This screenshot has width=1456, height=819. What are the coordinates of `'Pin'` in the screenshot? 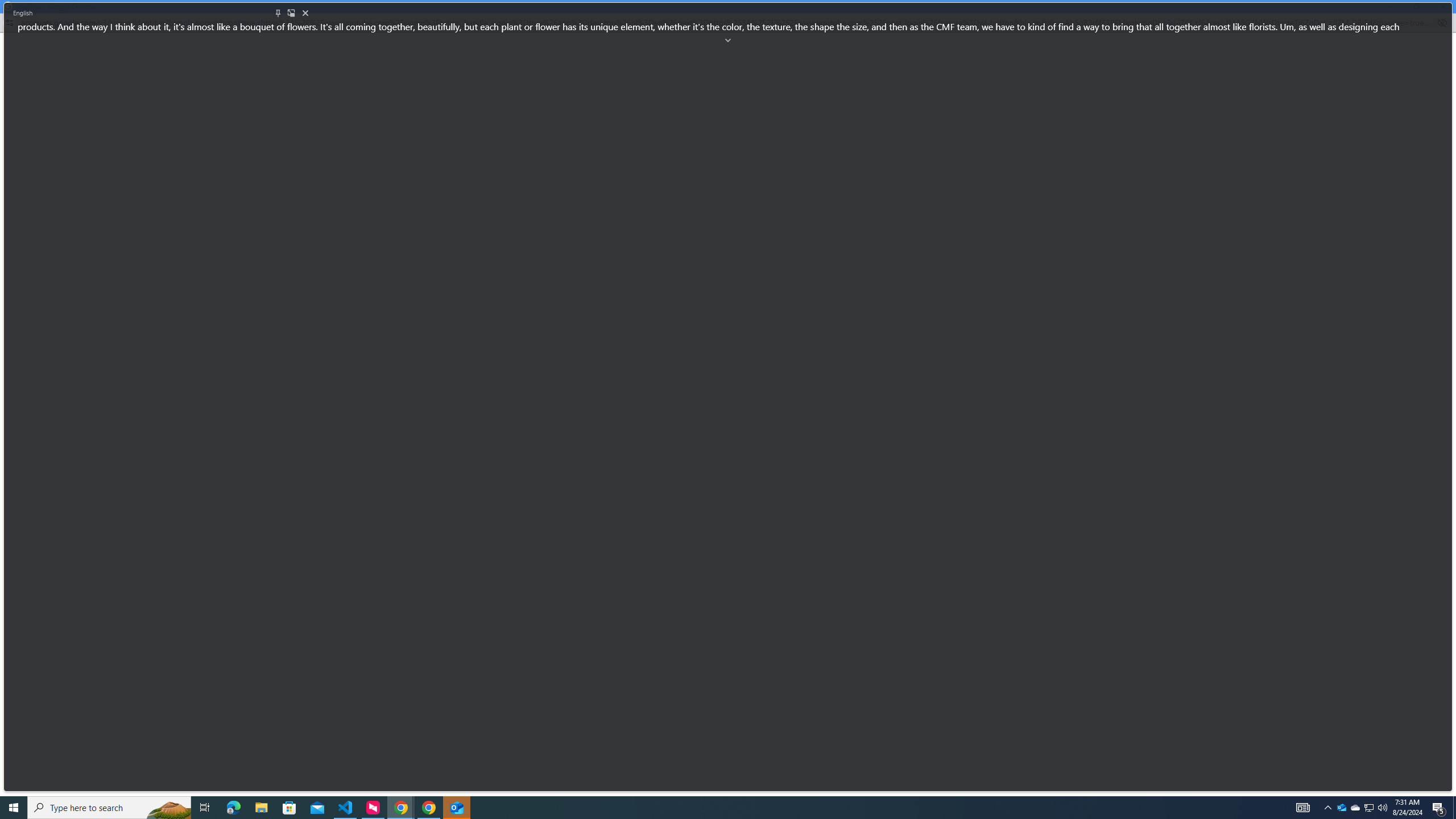 It's located at (278, 13).